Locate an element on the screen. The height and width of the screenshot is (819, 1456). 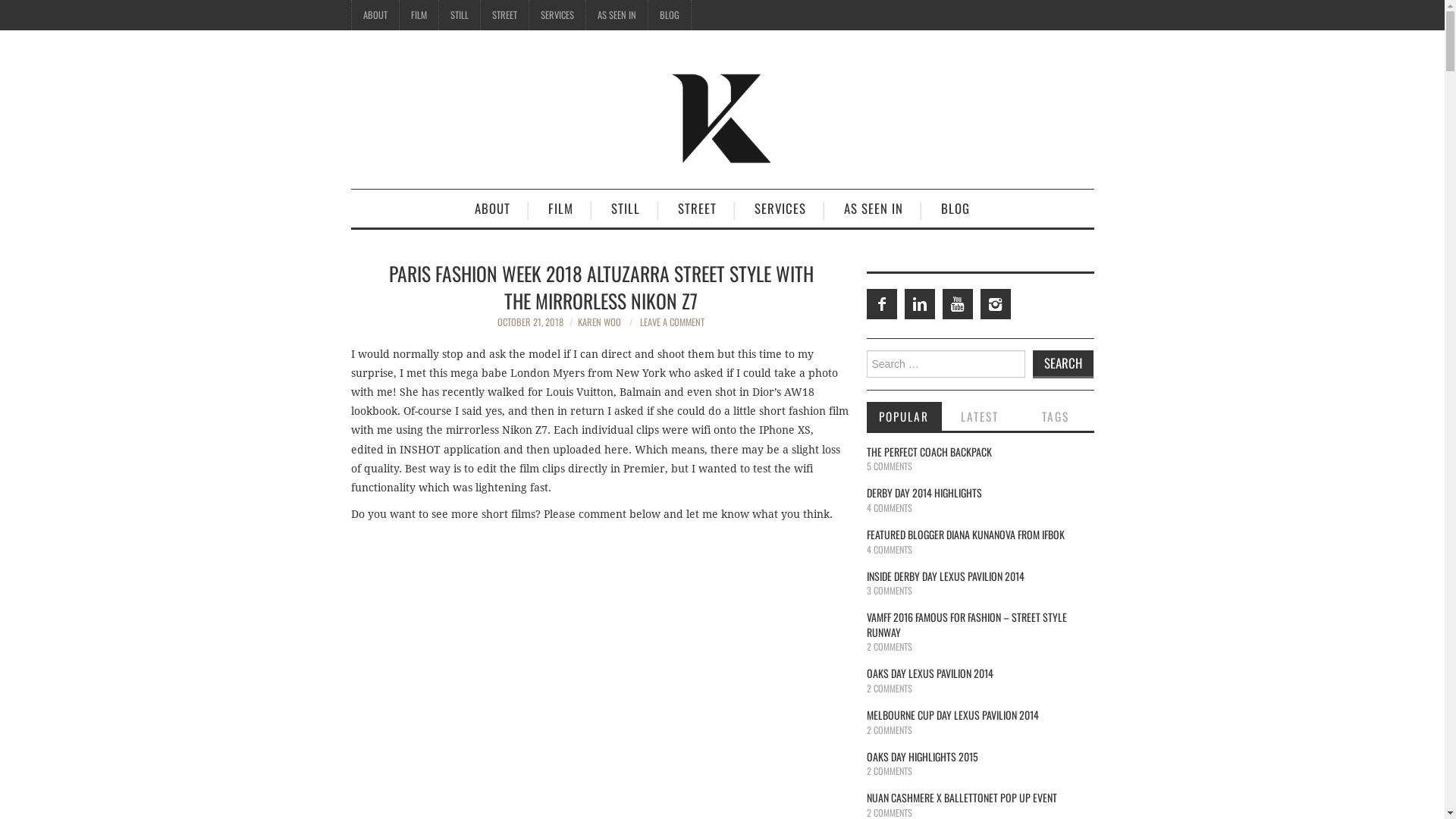
'FILM' is located at coordinates (560, 208).